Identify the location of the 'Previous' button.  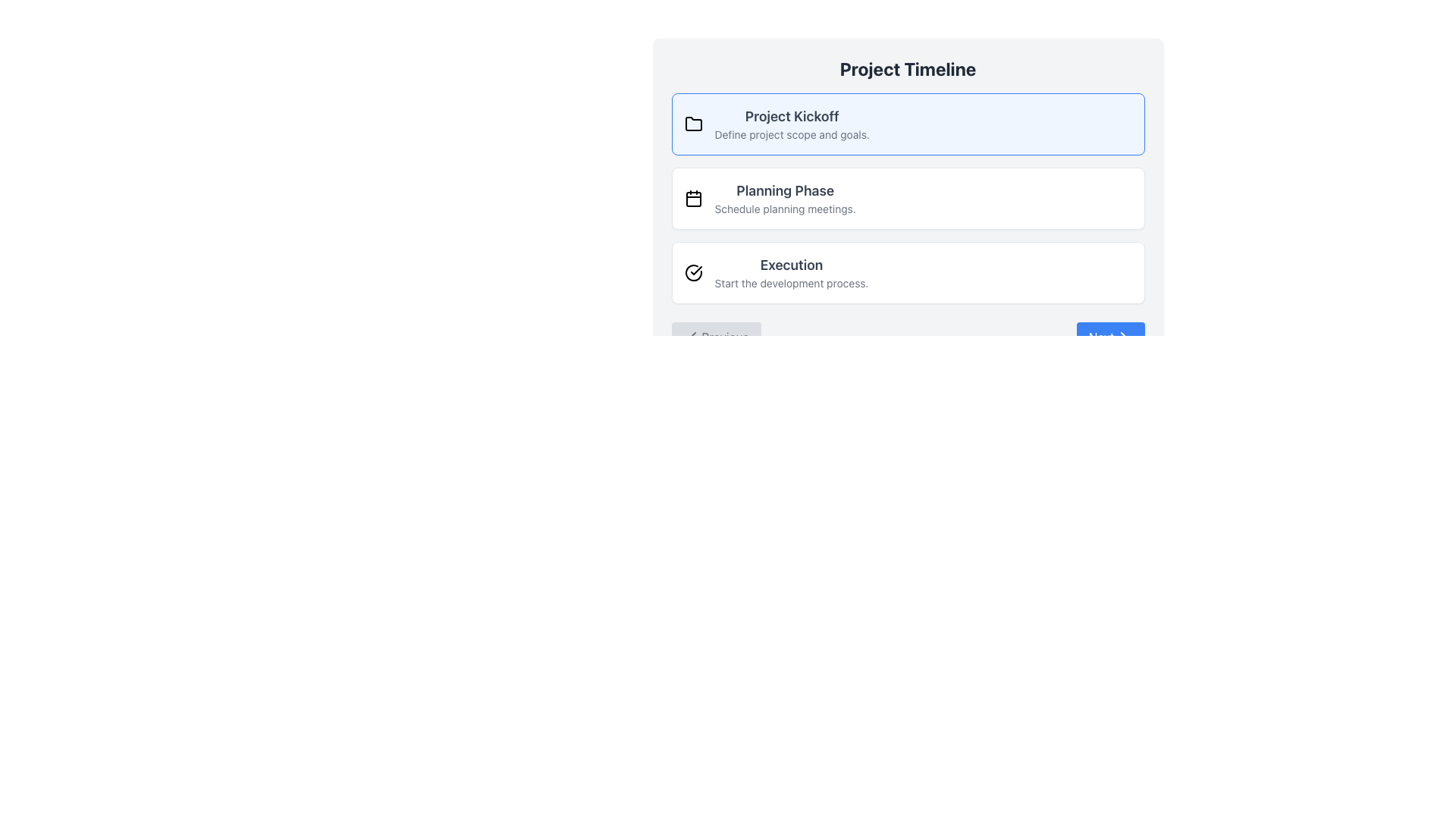
(715, 336).